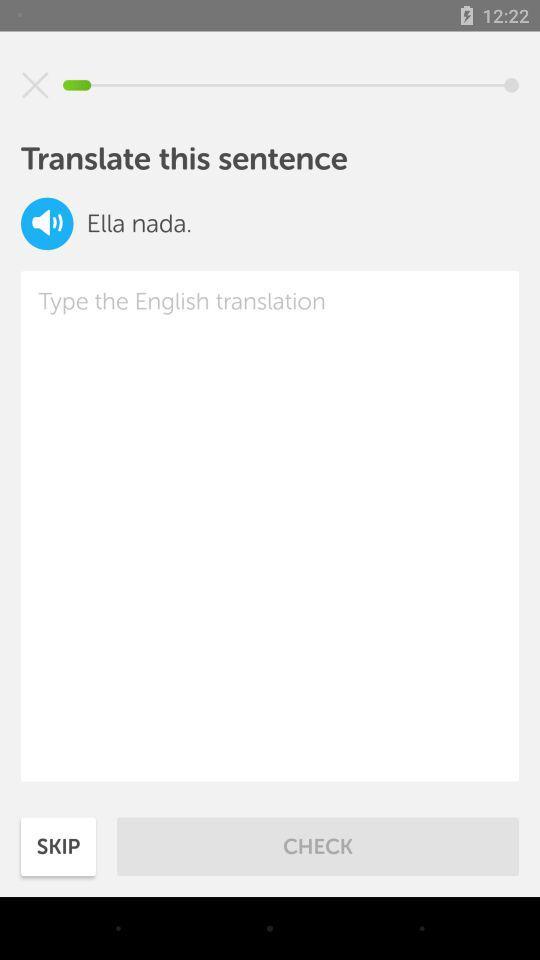 The height and width of the screenshot is (960, 540). What do you see at coordinates (47, 223) in the screenshot?
I see `the icon below translate this sentence item` at bounding box center [47, 223].